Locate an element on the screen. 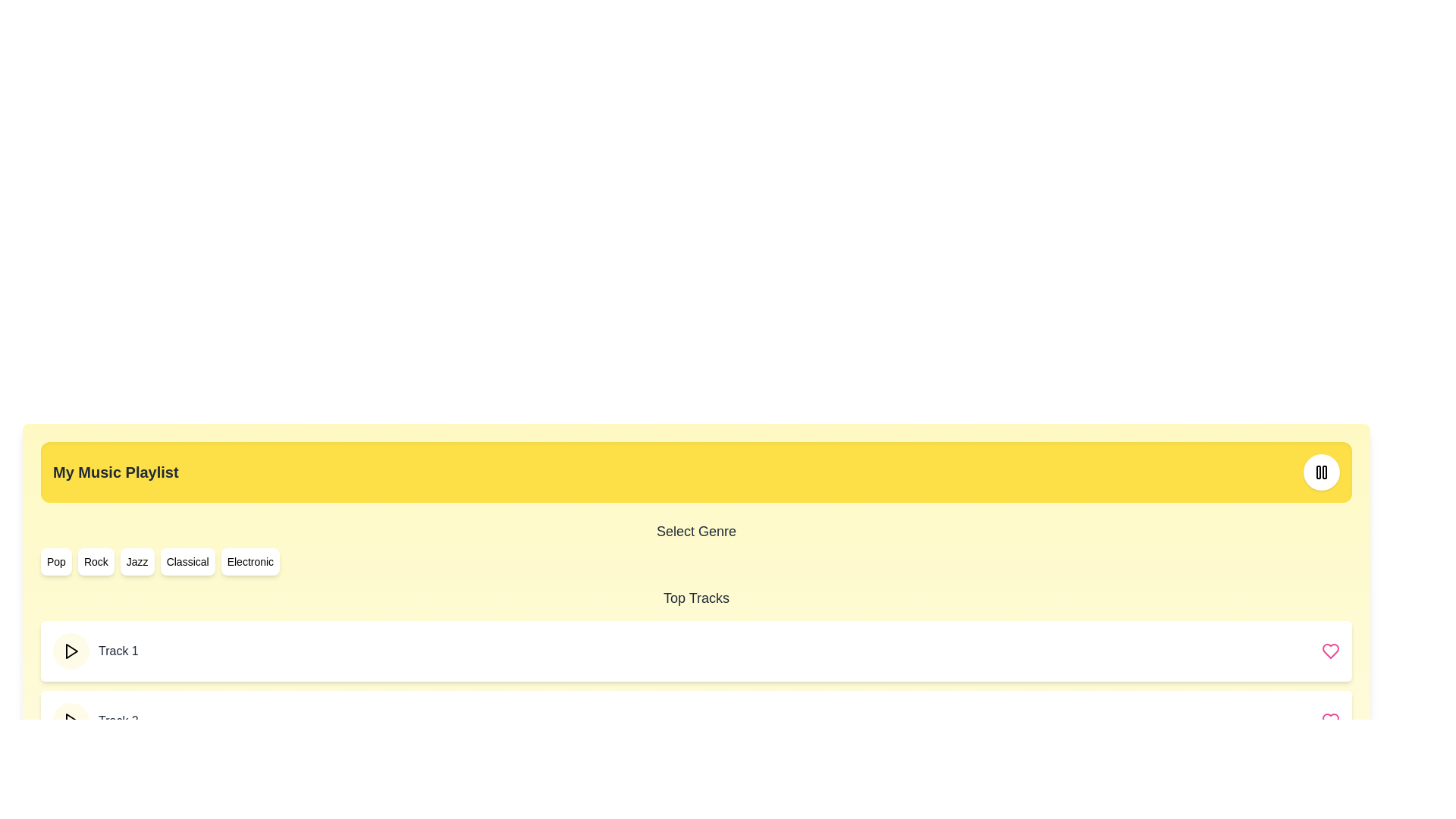  the 'Rock' genre button, which is a rectangular button with a white background and rounded corners, featuring centered text in black sans-serif font is located at coordinates (95, 561).